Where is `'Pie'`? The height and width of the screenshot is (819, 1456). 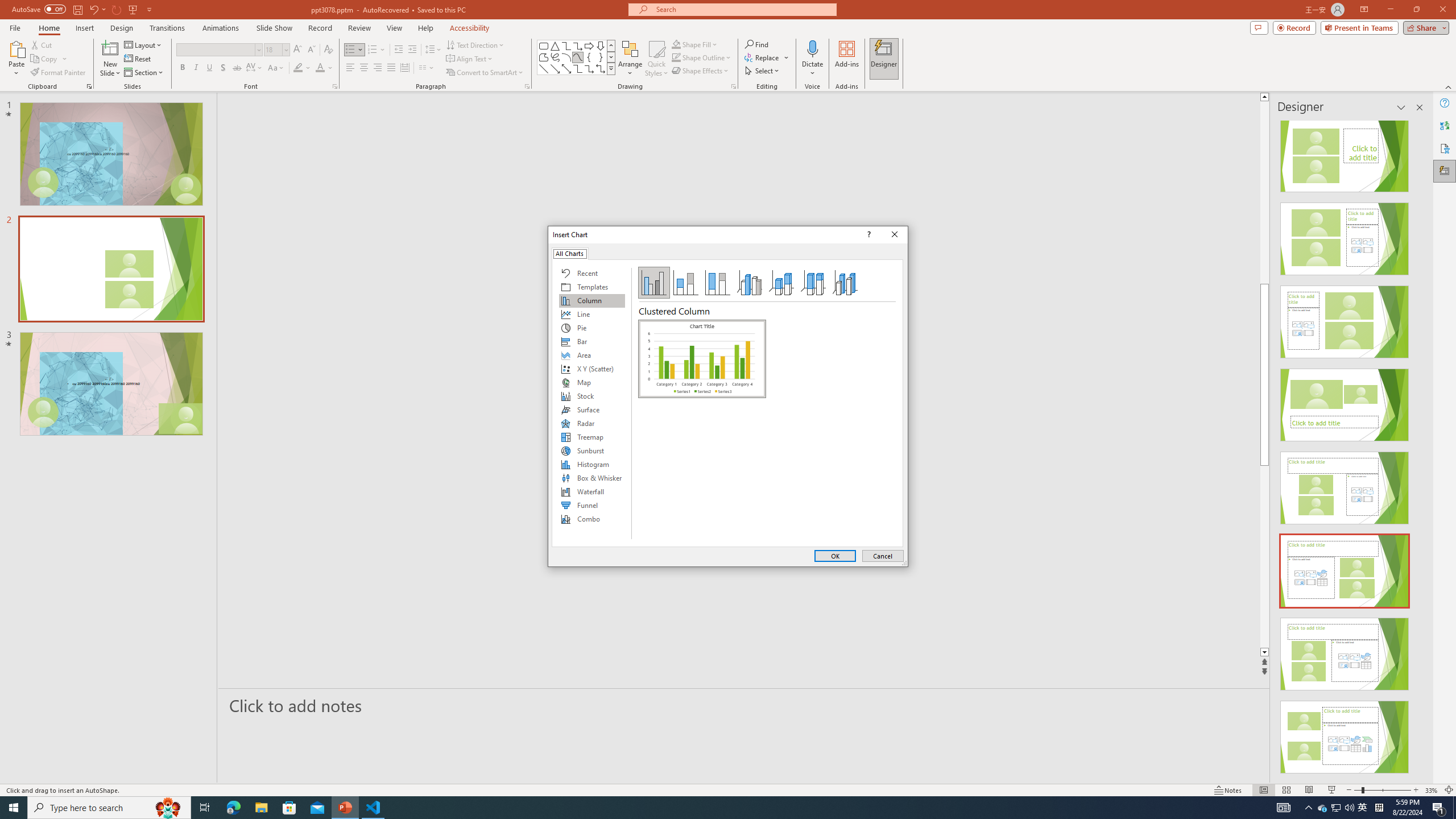 'Pie' is located at coordinates (591, 327).